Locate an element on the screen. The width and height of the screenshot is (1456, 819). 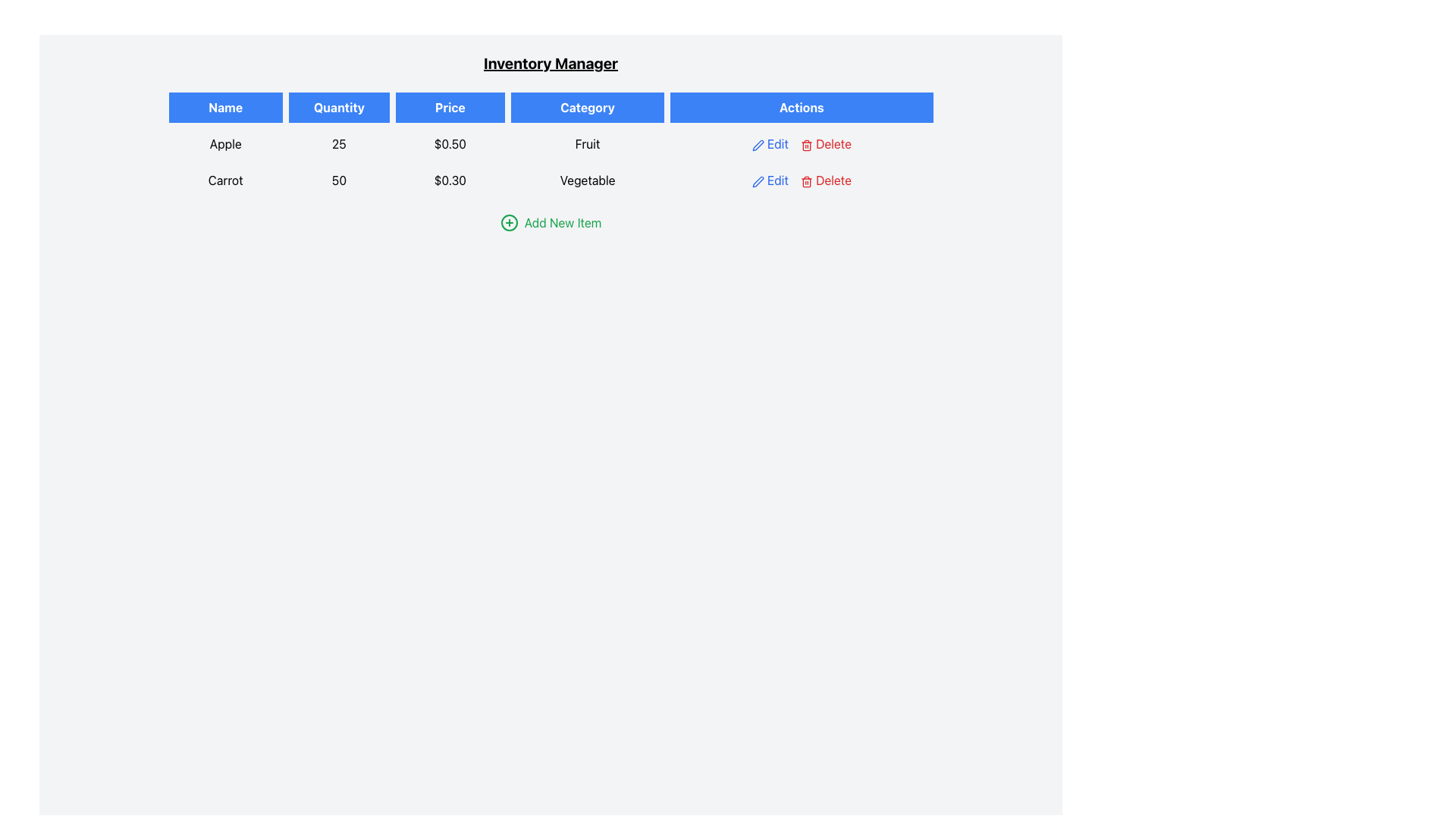
the text label displaying 'Apple' in the first row of the inventory table is located at coordinates (224, 143).